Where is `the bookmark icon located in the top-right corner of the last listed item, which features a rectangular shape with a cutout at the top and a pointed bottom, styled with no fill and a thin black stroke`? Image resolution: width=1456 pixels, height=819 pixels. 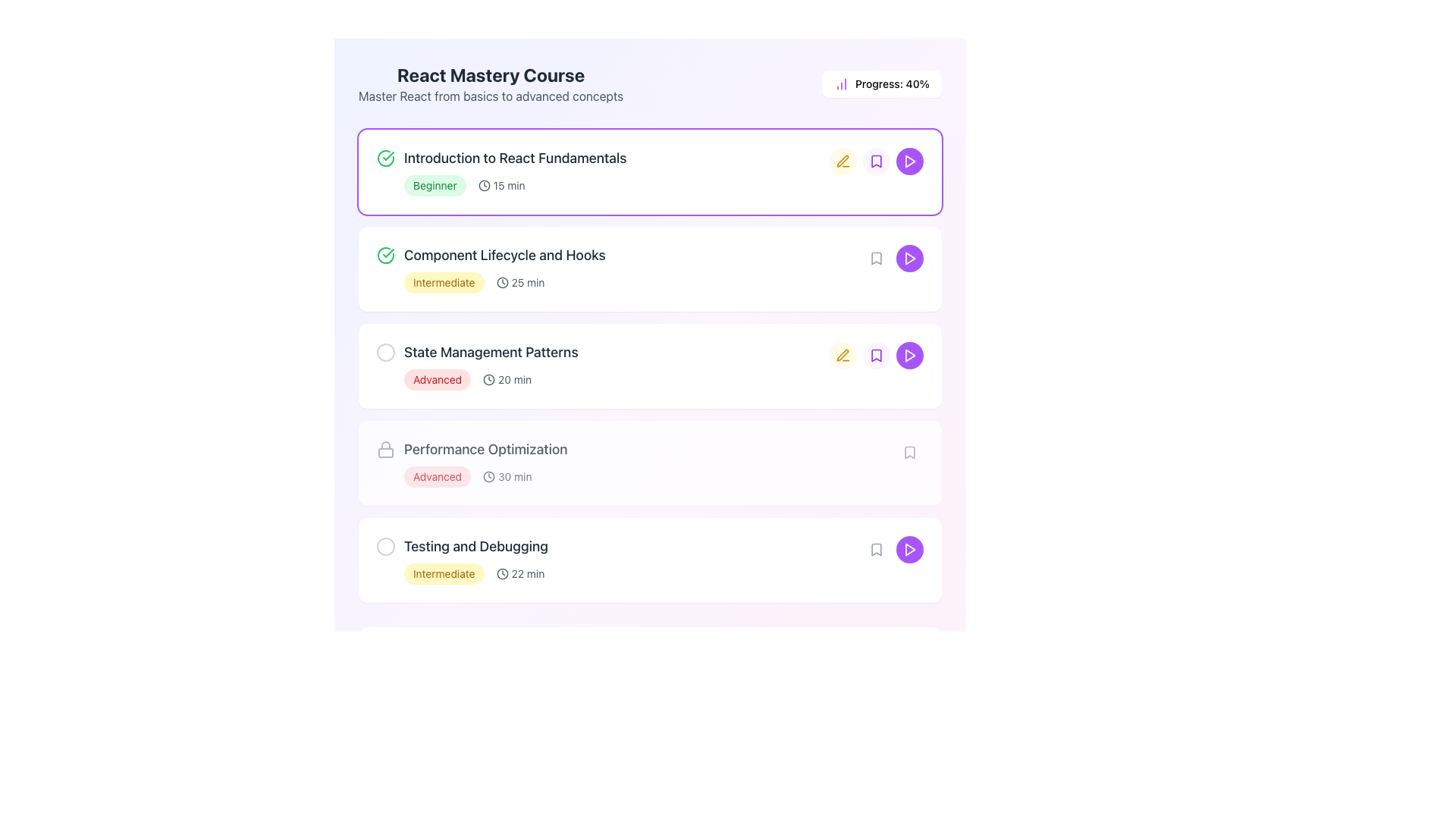
the bookmark icon located in the top-right corner of the last listed item, which features a rectangular shape with a cutout at the top and a pointed bottom, styled with no fill and a thin black stroke is located at coordinates (877, 550).